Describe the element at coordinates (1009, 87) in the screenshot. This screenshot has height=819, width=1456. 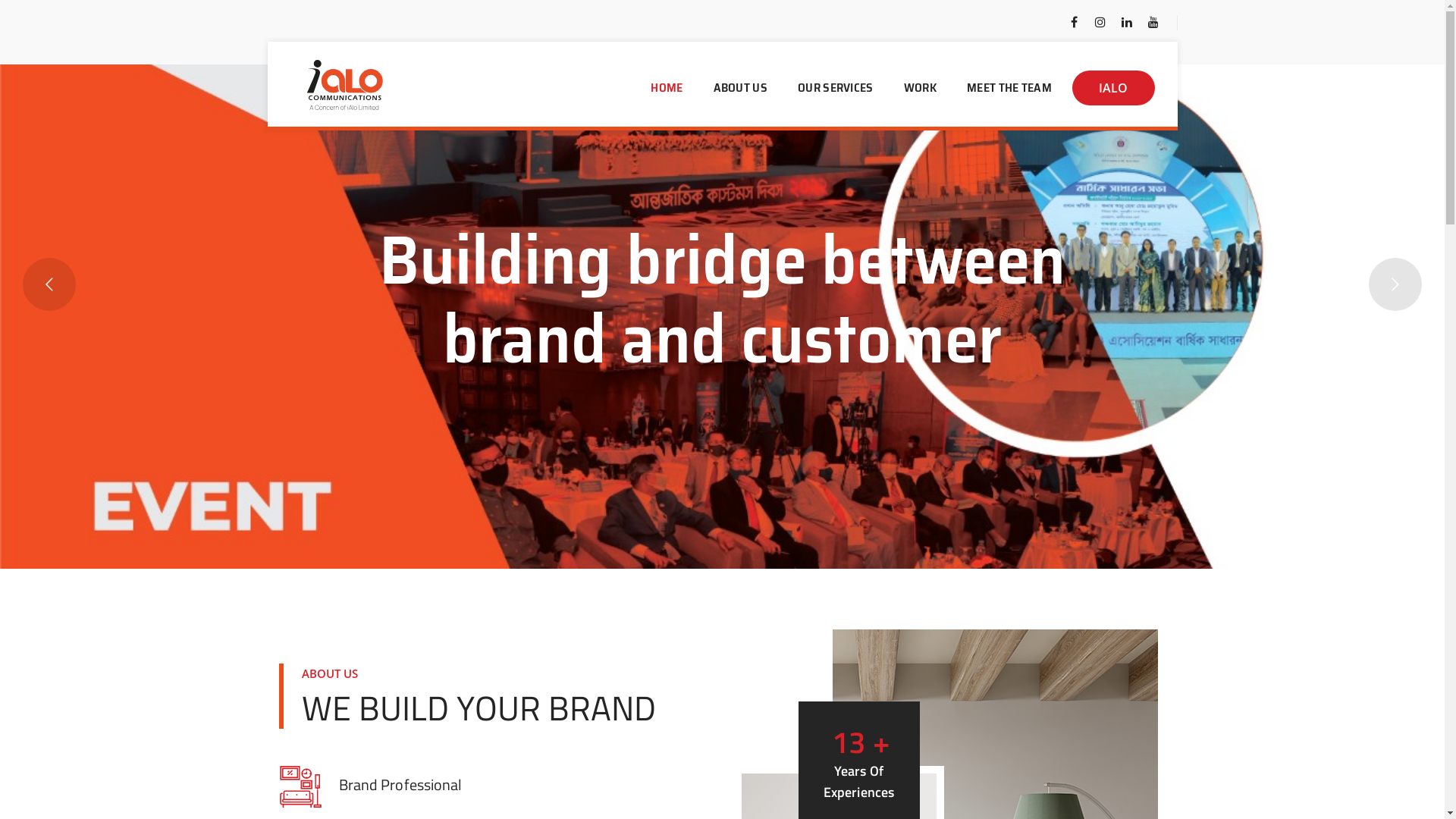
I see `'MEET THE TEAM'` at that location.